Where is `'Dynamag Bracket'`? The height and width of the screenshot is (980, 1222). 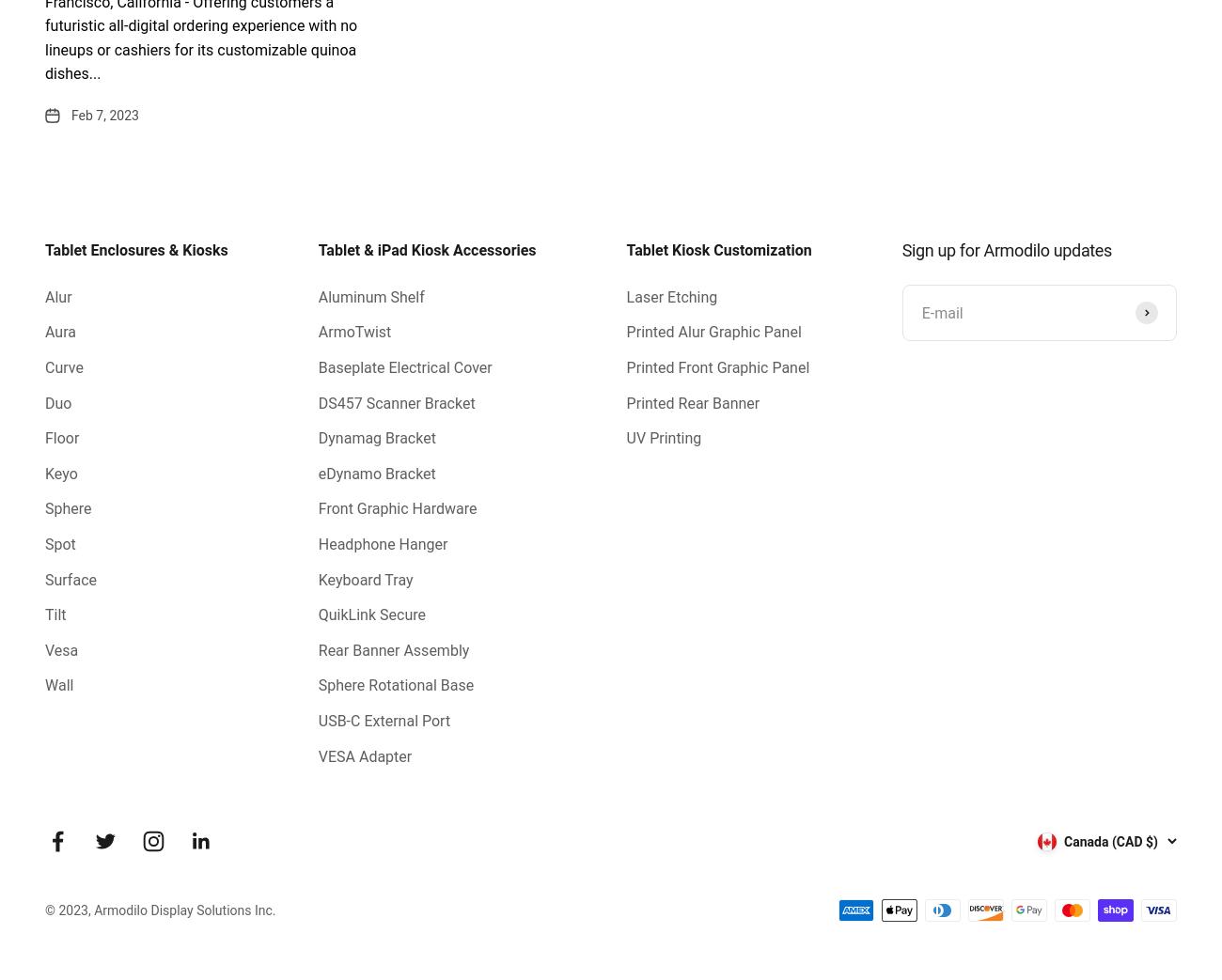
'Dynamag Bracket' is located at coordinates (376, 437).